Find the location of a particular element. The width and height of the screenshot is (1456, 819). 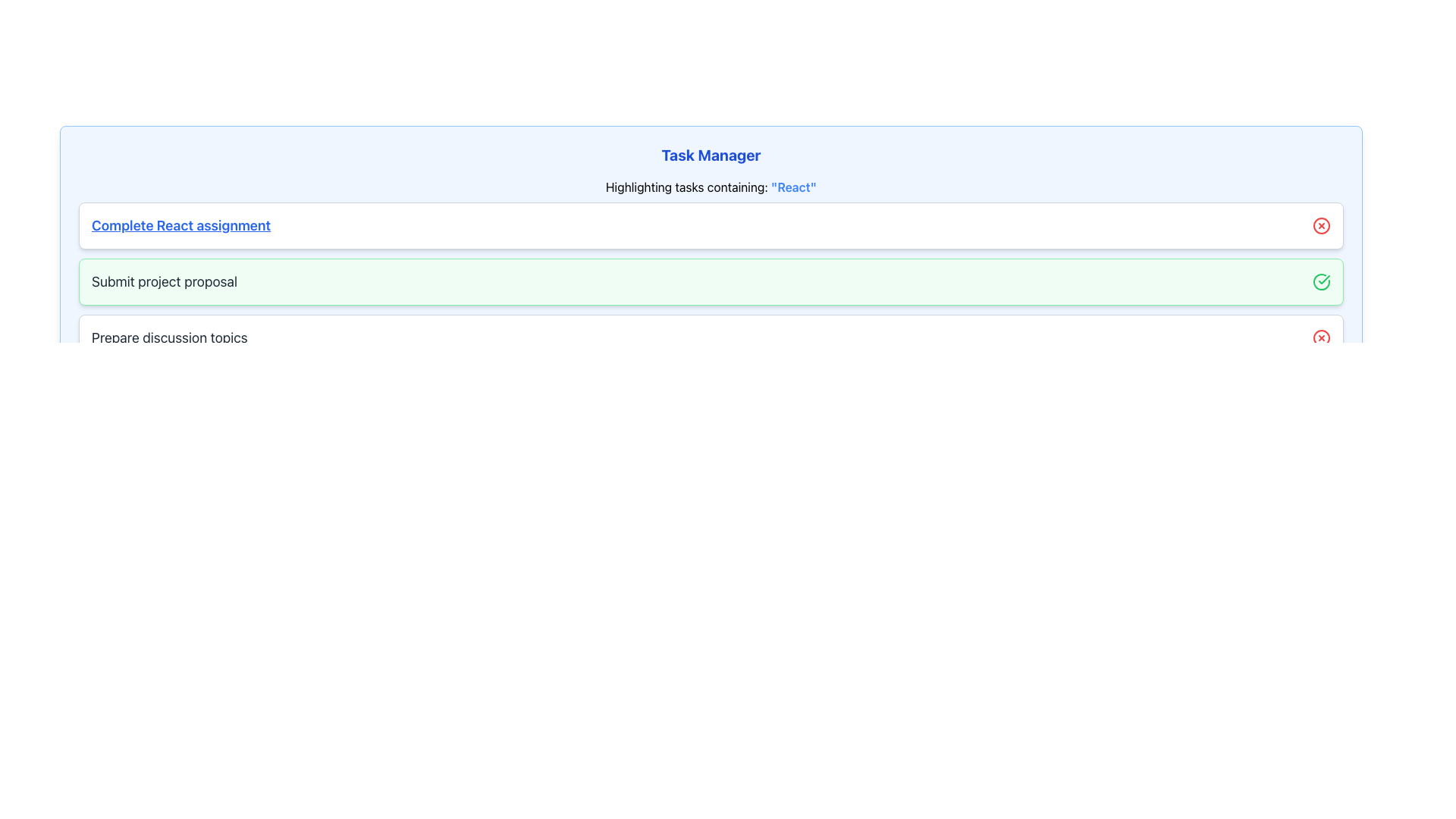

the red circular button with a white cross symbol inside it, located in the top-right corner of the 'Complete React assignment' box is located at coordinates (1320, 225).